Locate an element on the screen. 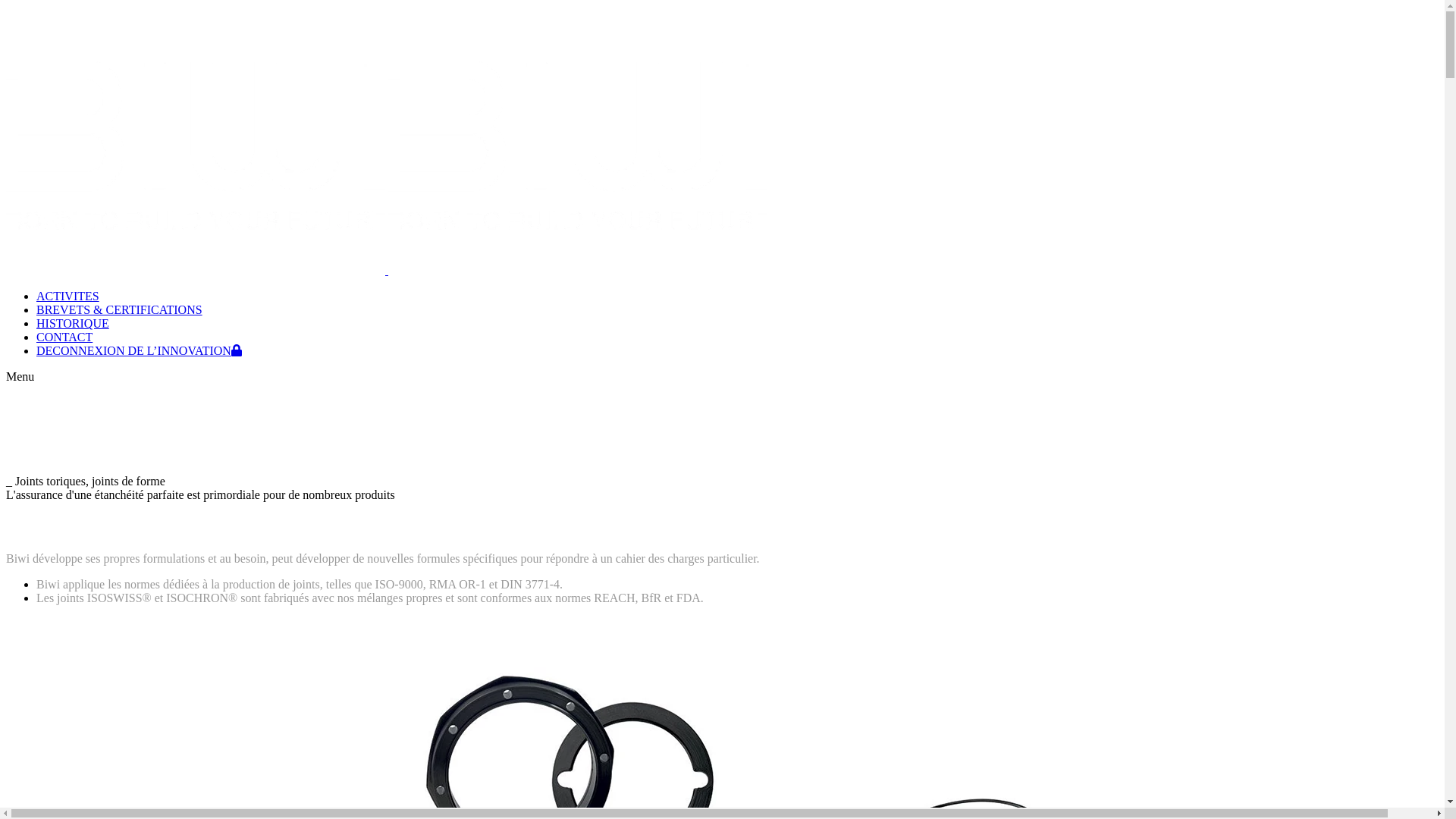  'ACTIVITES' is located at coordinates (67, 296).